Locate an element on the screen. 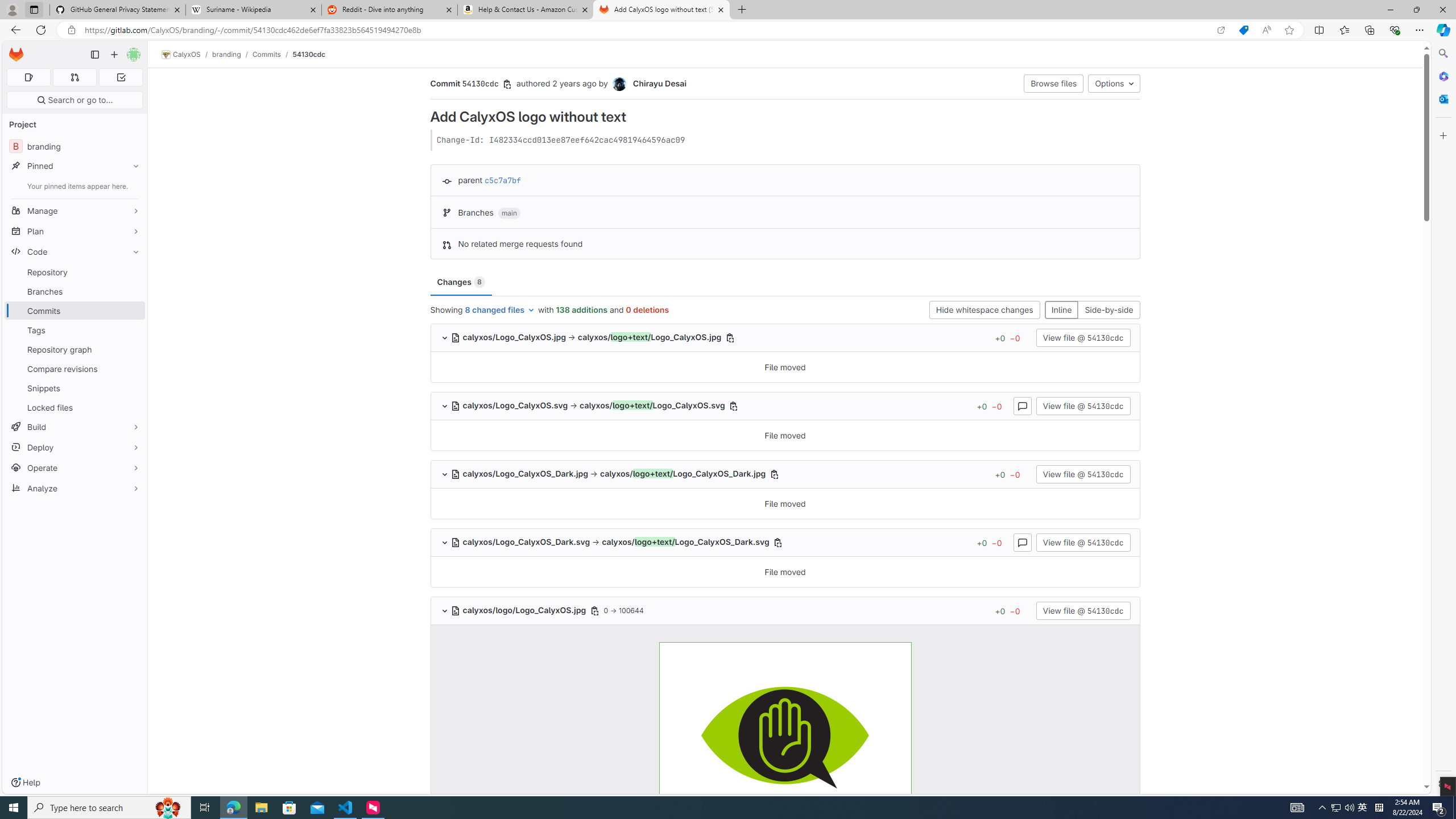 Image resolution: width=1456 pixels, height=819 pixels. 'Bbranding' is located at coordinates (74, 146).